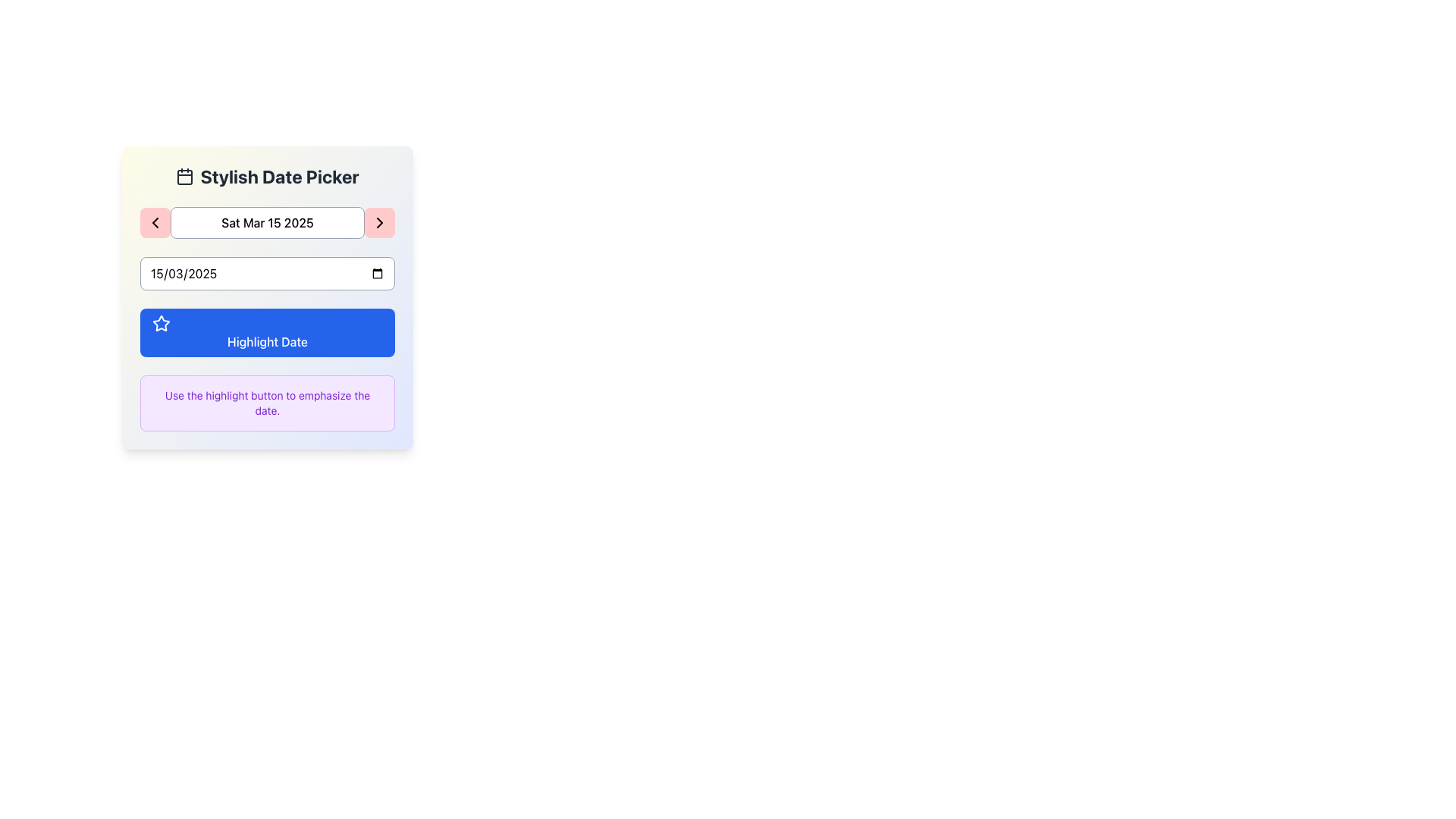 The image size is (1456, 819). What do you see at coordinates (268, 332) in the screenshot?
I see `the interactive button that highlights a selected date in the date picker interface, positioned below the date input field and above a purple instruction box` at bounding box center [268, 332].